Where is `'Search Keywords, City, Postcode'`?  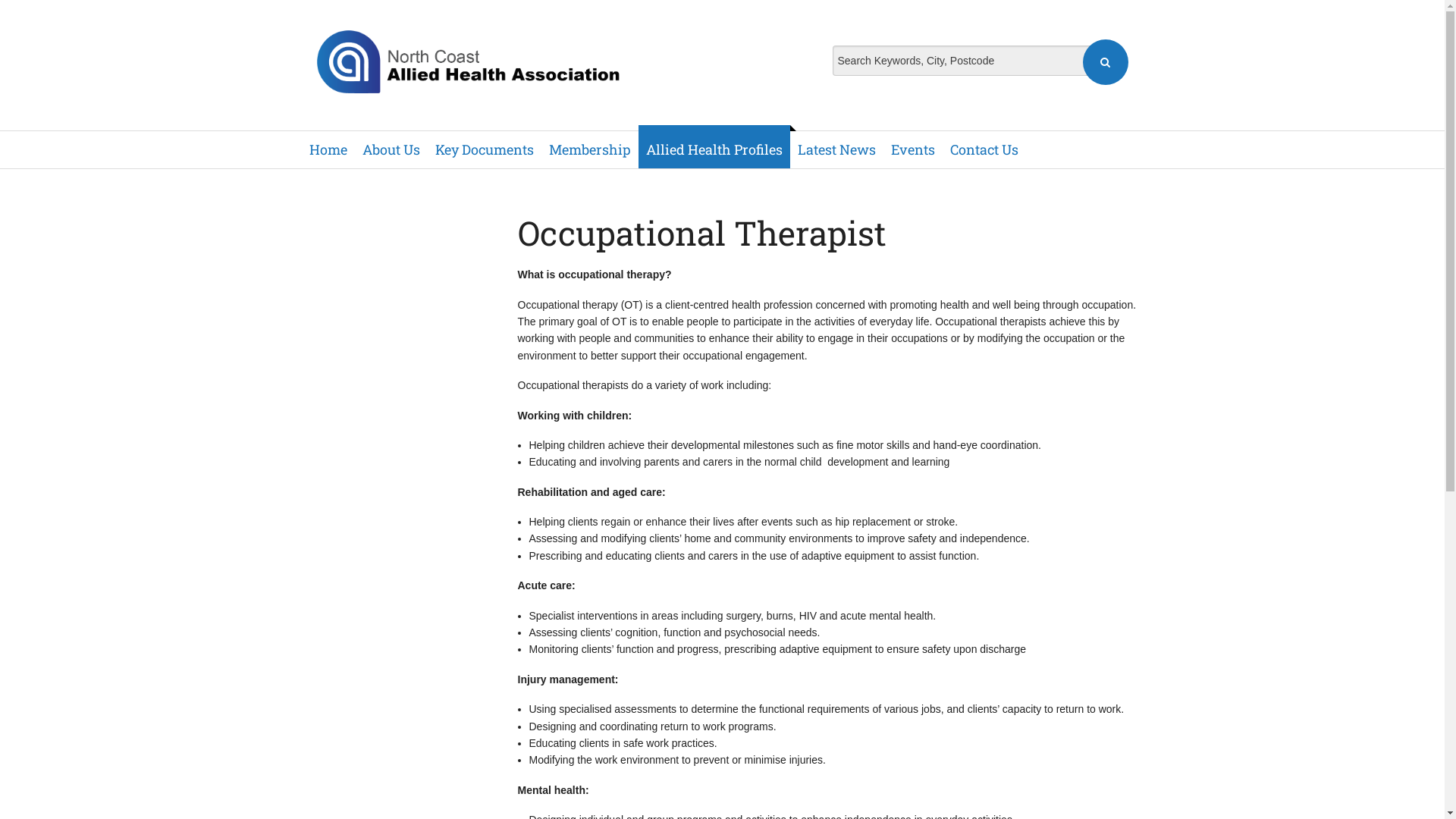
'Search Keywords, City, Postcode' is located at coordinates (832, 60).